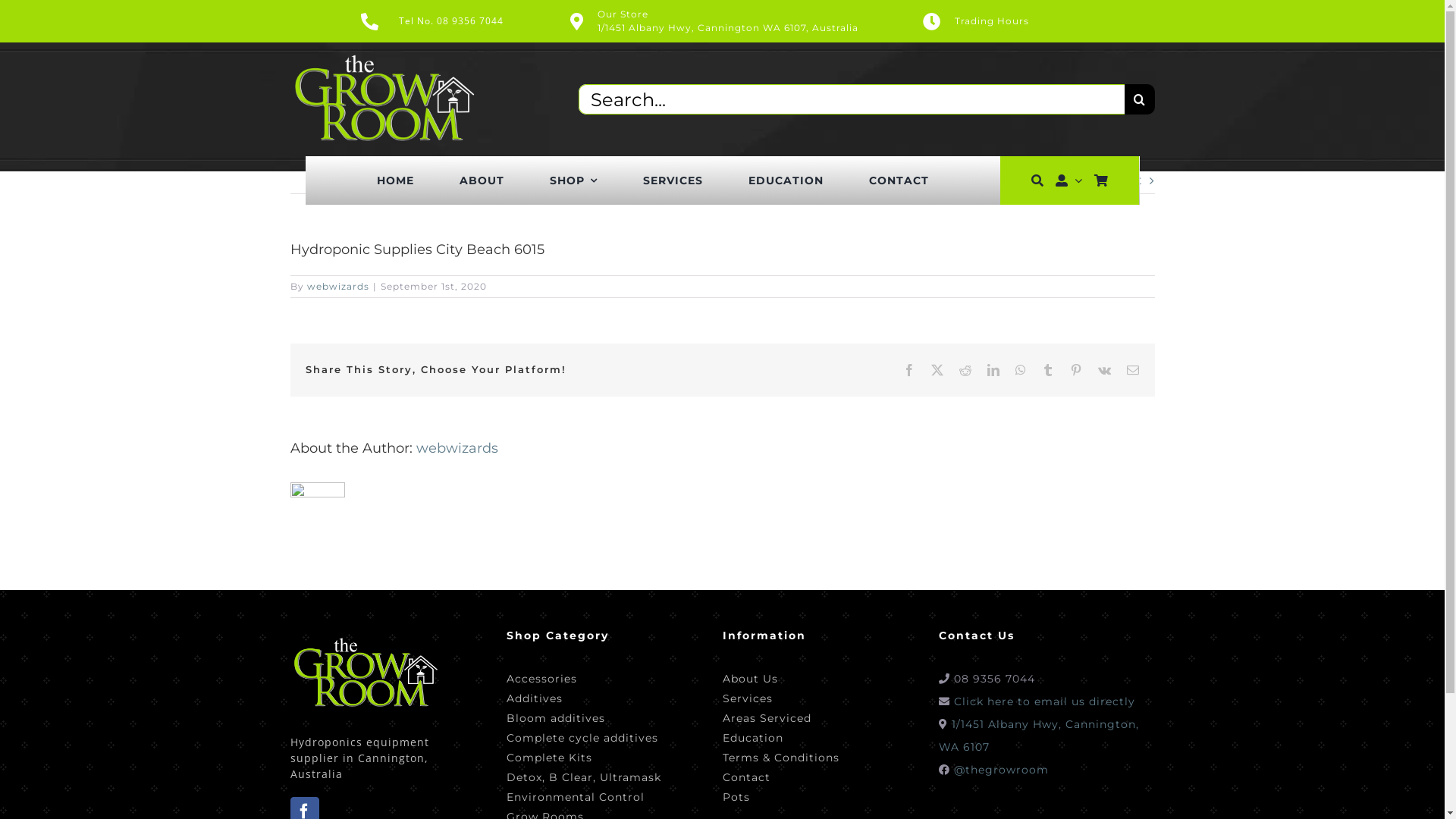 This screenshot has width=1456, height=819. What do you see at coordinates (1031, 20) in the screenshot?
I see `'Trading Hours'` at bounding box center [1031, 20].